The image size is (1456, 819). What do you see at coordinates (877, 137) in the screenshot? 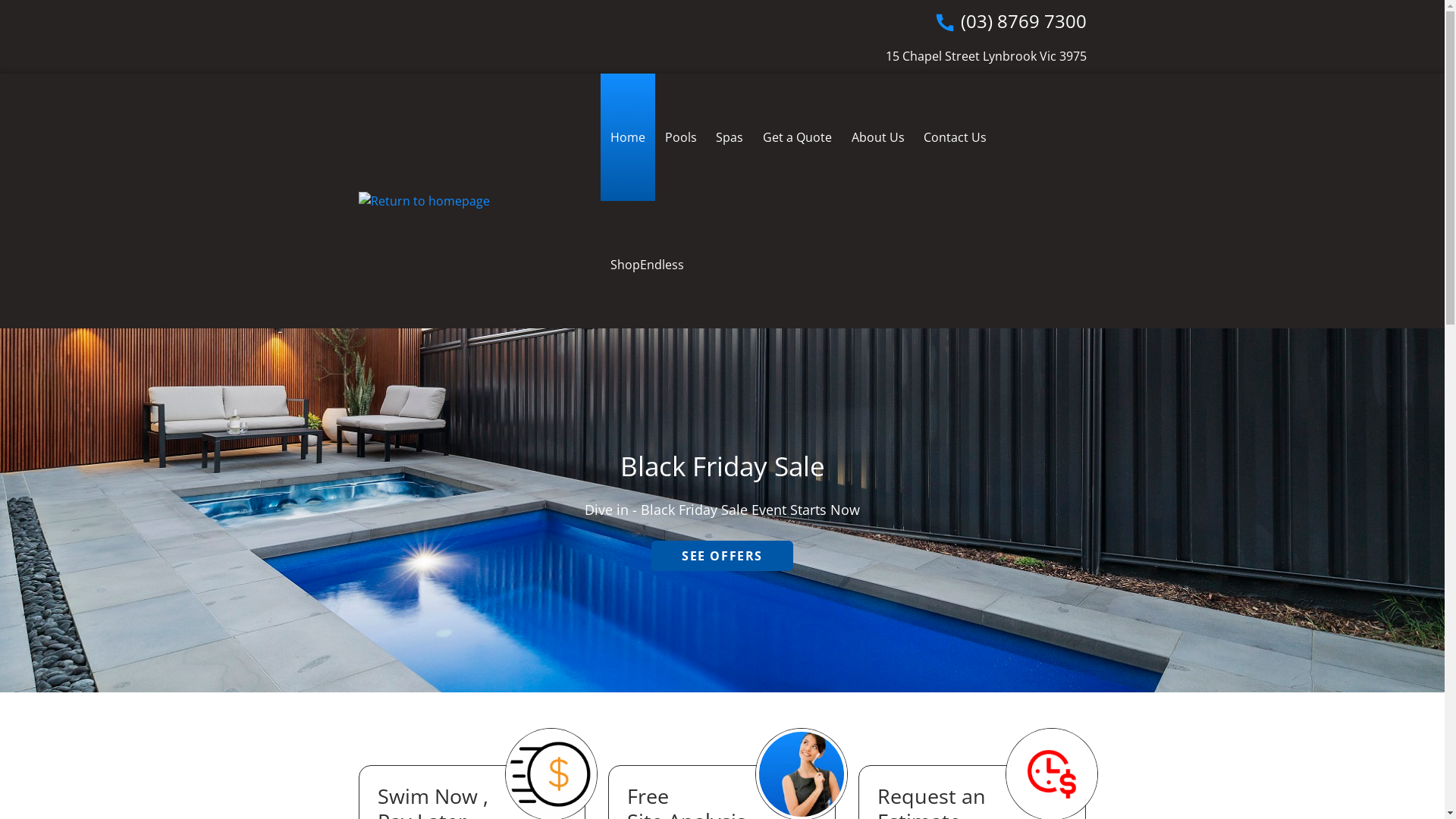
I see `'About Us'` at bounding box center [877, 137].